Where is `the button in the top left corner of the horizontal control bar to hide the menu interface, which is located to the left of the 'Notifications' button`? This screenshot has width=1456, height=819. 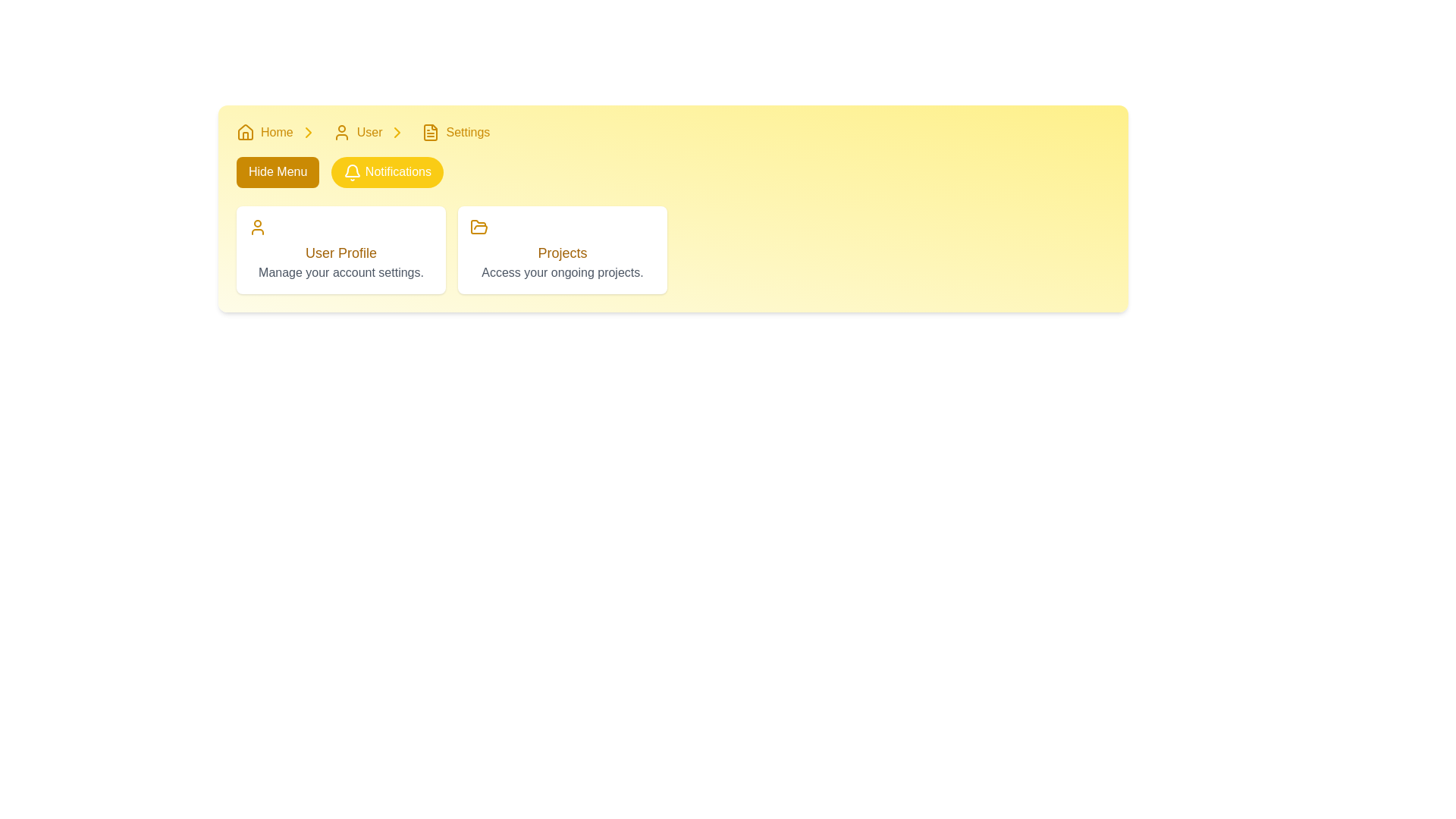
the button in the top left corner of the horizontal control bar to hide the menu interface, which is located to the left of the 'Notifications' button is located at coordinates (278, 171).